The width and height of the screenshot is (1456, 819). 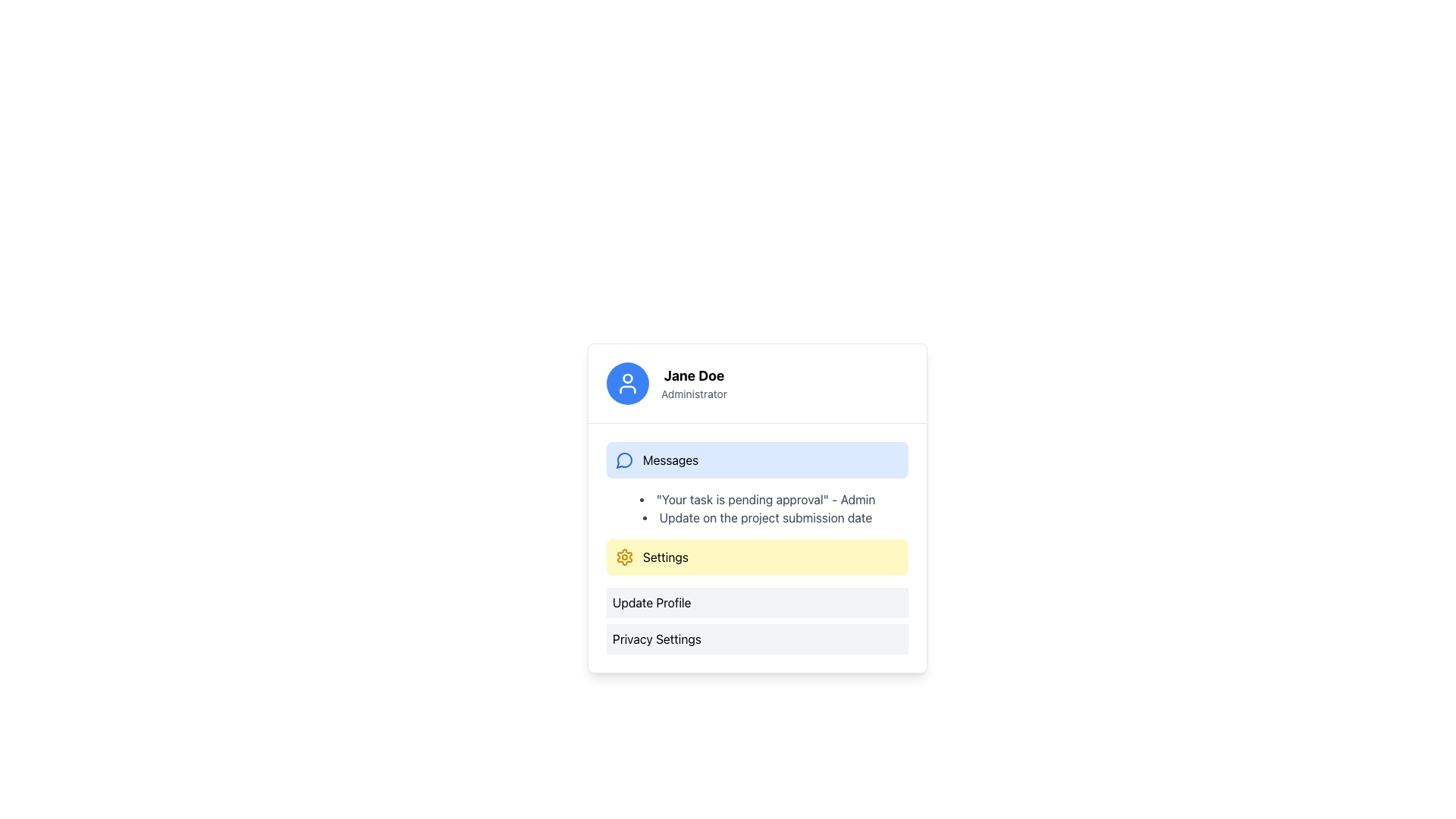 What do you see at coordinates (757, 516) in the screenshot?
I see `the static text element displaying the project submission date notification, located below the 'Your task is pending approval - Admin' text in the 'Messages' section` at bounding box center [757, 516].